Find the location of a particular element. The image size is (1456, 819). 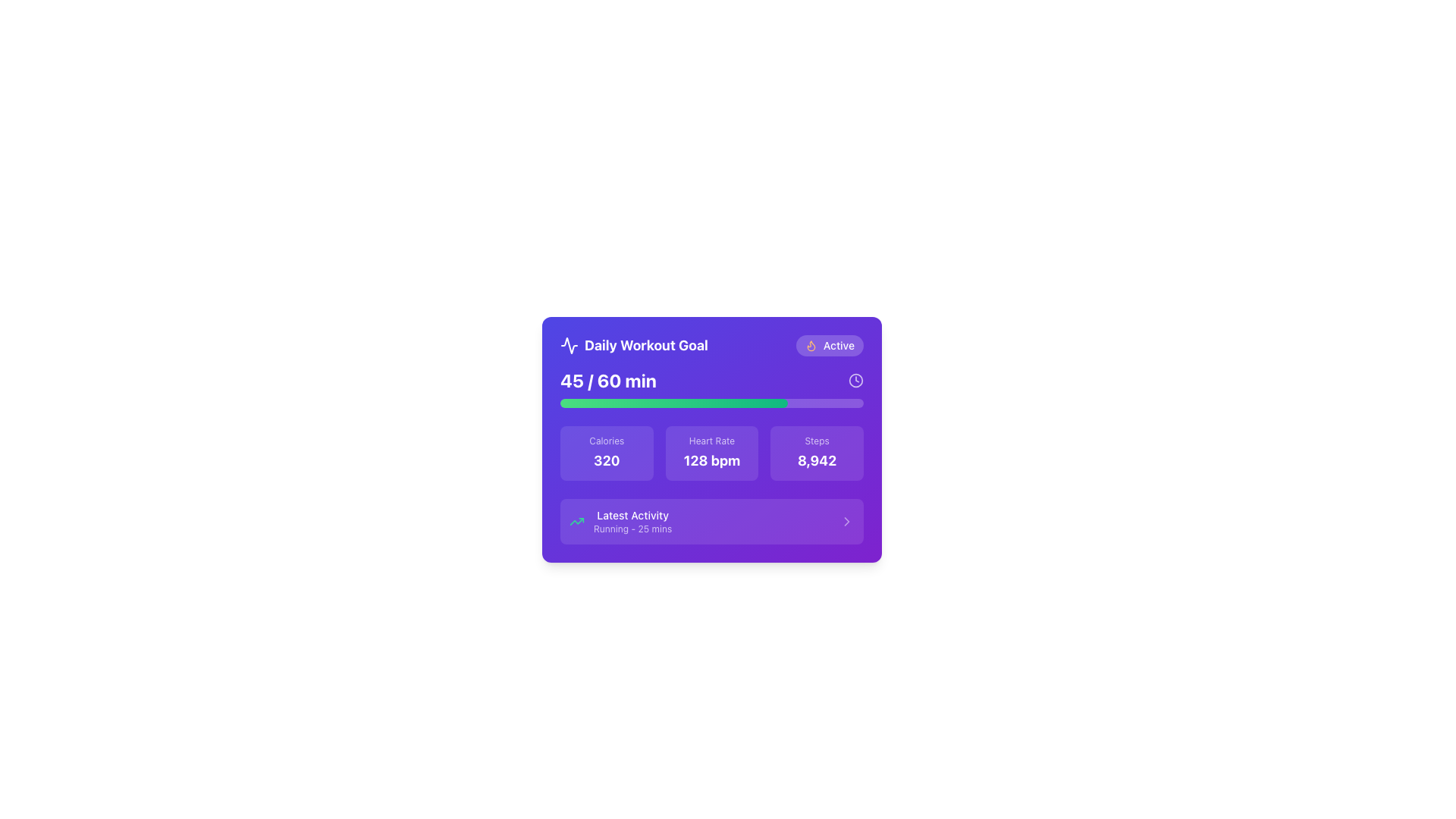

the circular graphical component styled as part of the clock icon located at the top-right corner of the primary interface card is located at coordinates (855, 379).